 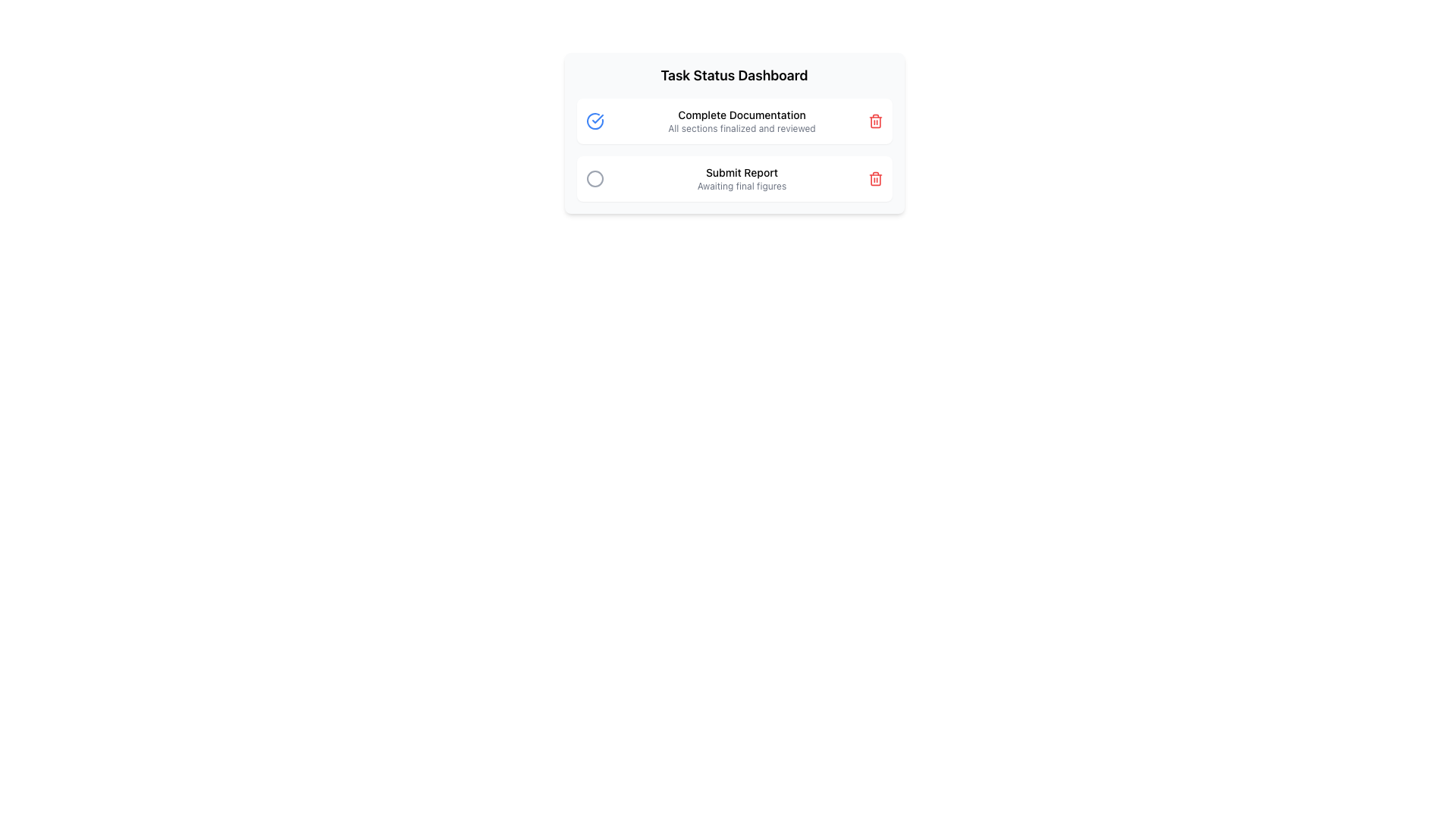 What do you see at coordinates (742, 171) in the screenshot?
I see `the title label indicating the task's name in the middle of the three sections in the vertical task list` at bounding box center [742, 171].